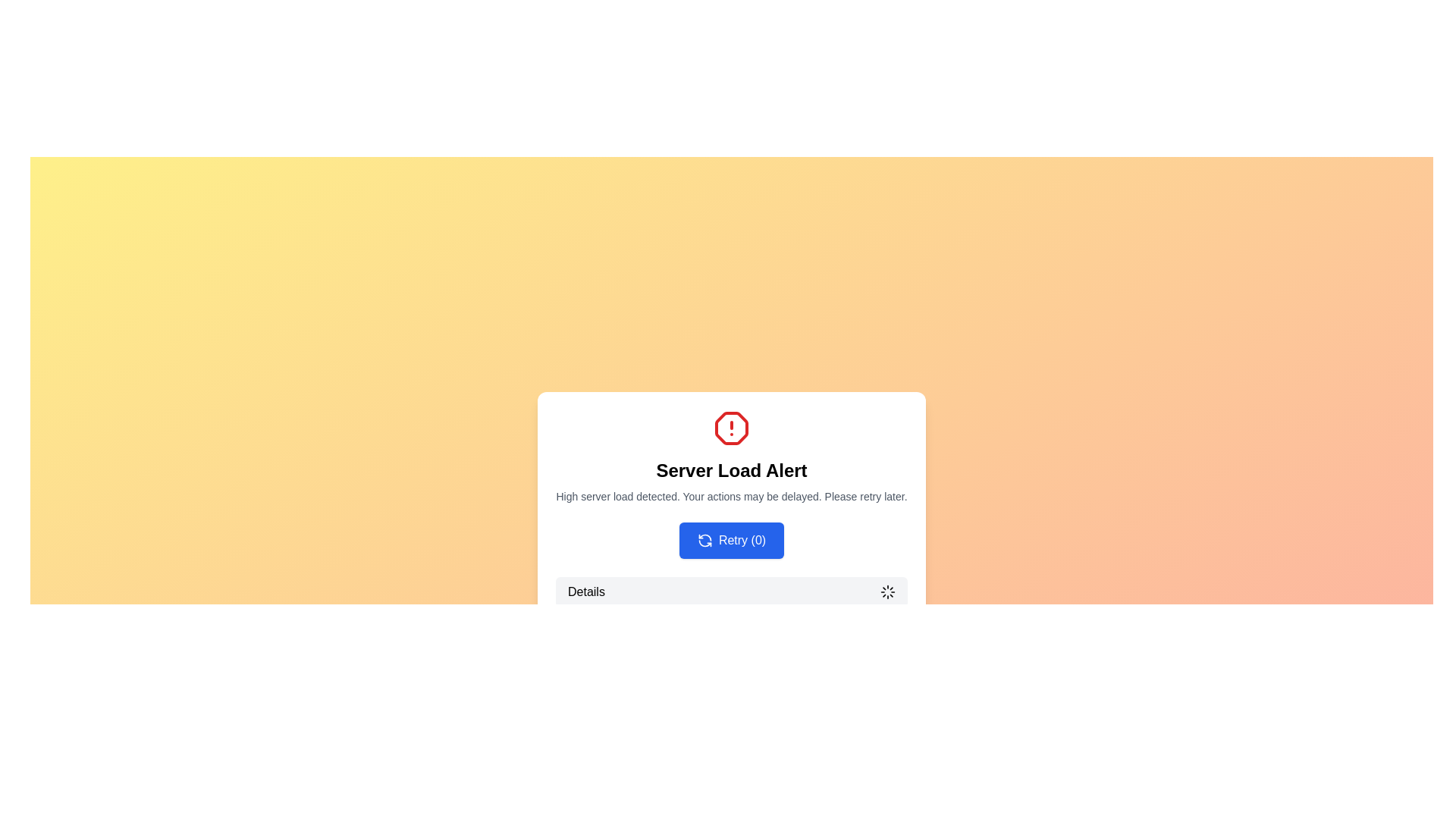 The height and width of the screenshot is (819, 1456). What do you see at coordinates (731, 428) in the screenshot?
I see `the alert icon located at the top center of the notification card that represents a 'Server Load Alert'` at bounding box center [731, 428].